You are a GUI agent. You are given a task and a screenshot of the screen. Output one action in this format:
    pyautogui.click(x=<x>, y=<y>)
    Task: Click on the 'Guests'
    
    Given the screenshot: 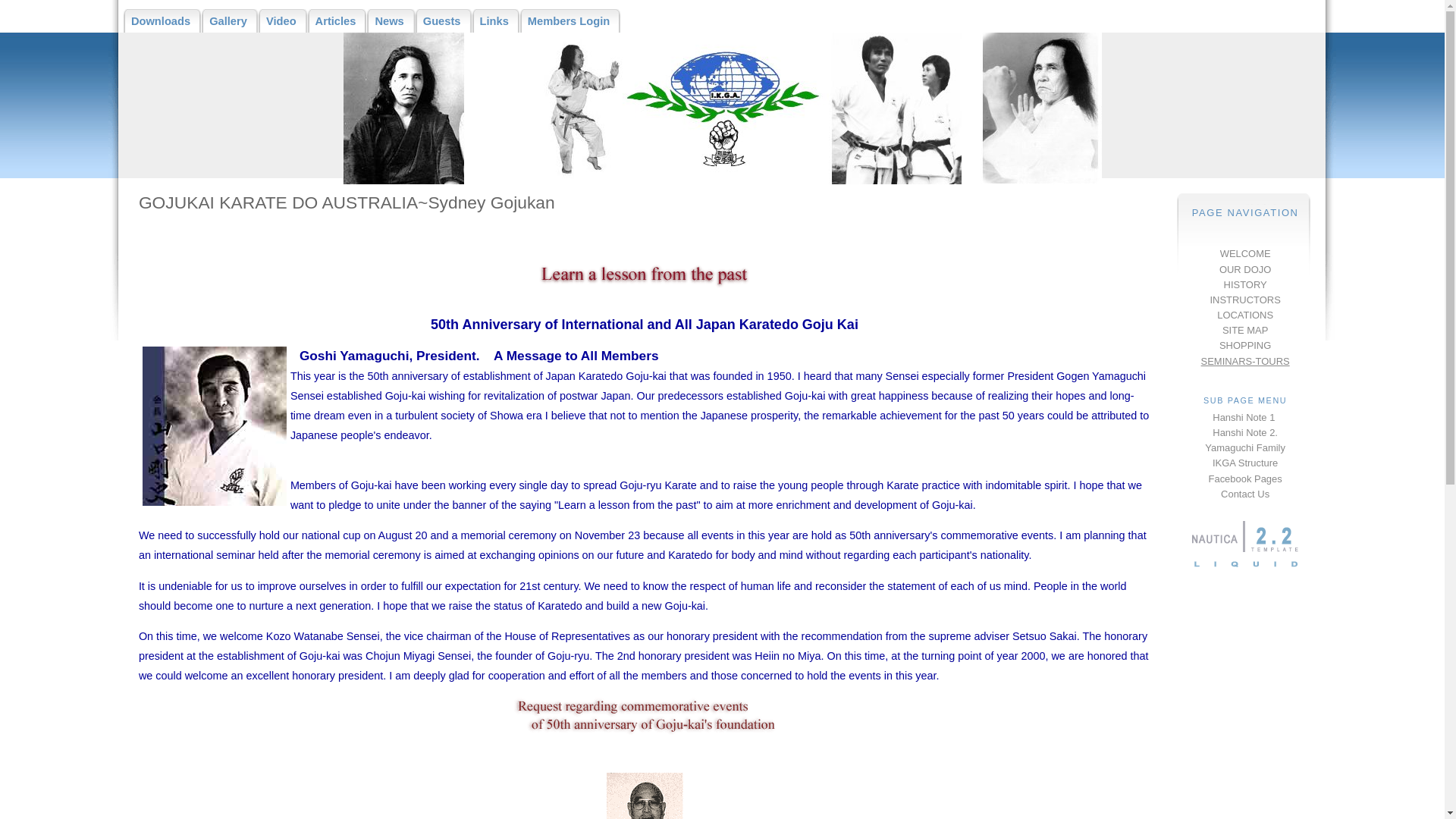 What is the action you would take?
    pyautogui.click(x=443, y=20)
    